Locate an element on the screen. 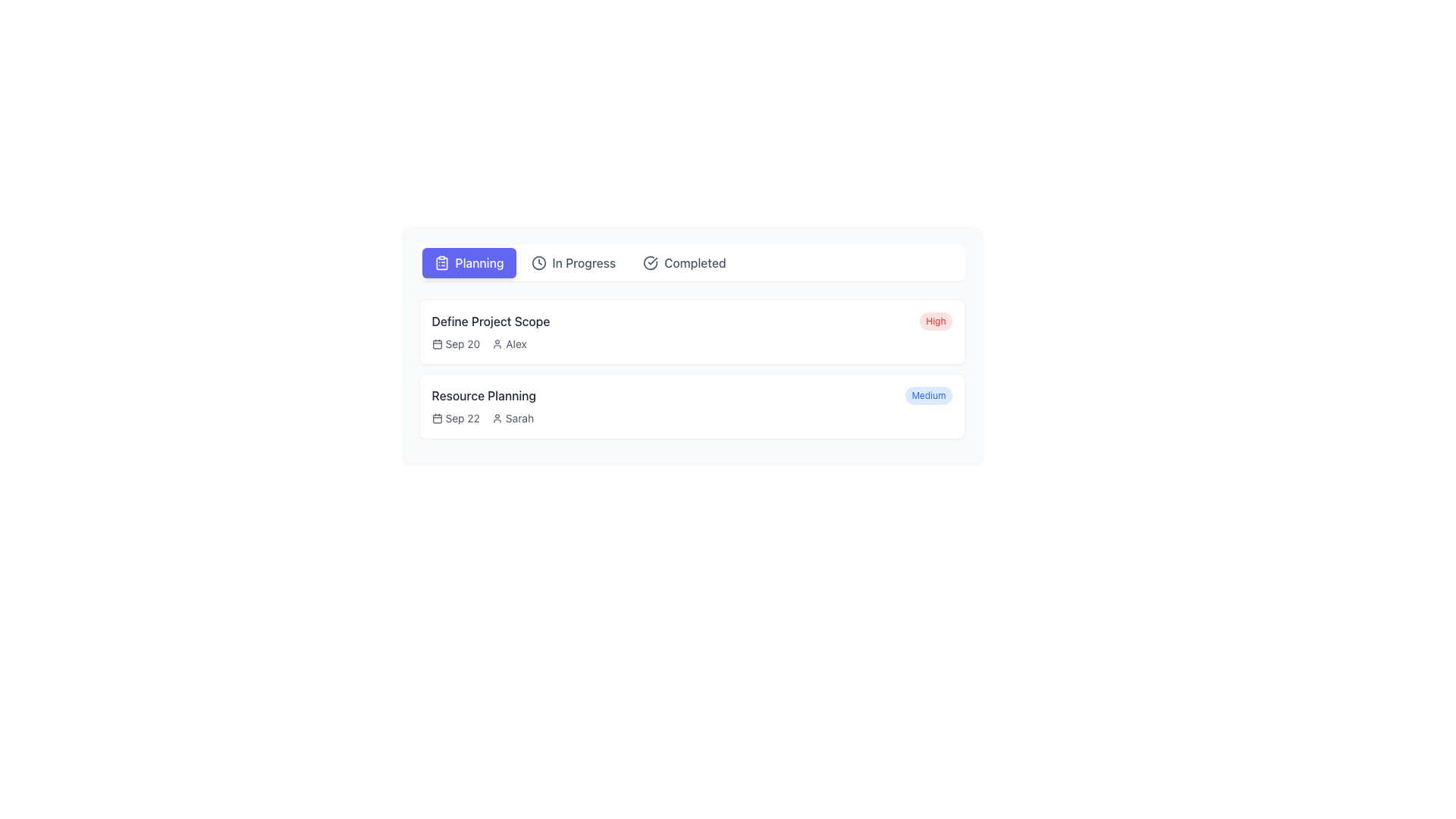 Image resolution: width=1456 pixels, height=819 pixels. the text label displaying the date for the task 'Resource Planning' adjacent to 'Sarah' for assistive technologies is located at coordinates (462, 418).